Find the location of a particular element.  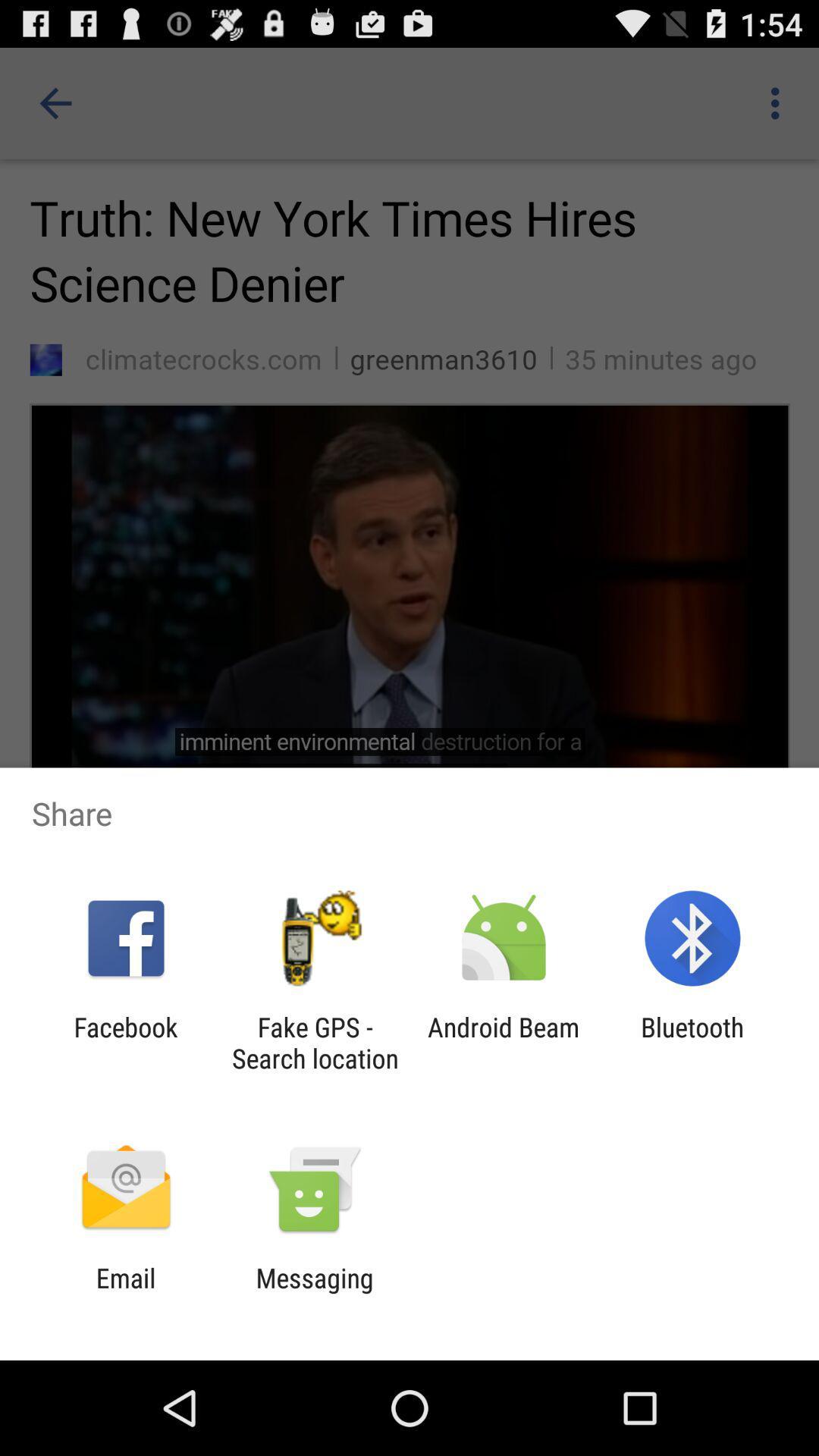

item next to bluetooth app is located at coordinates (504, 1042).